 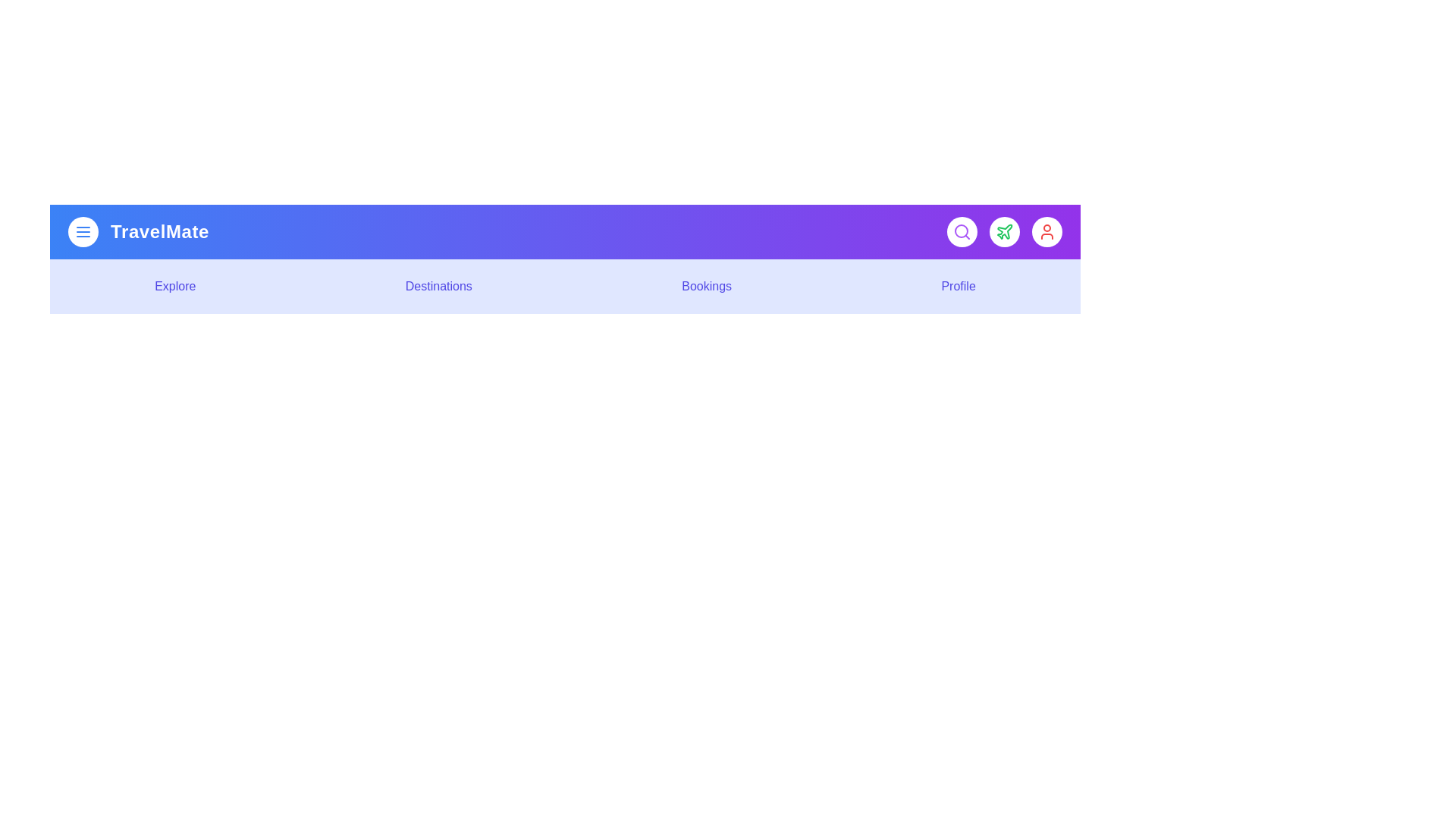 What do you see at coordinates (160, 231) in the screenshot?
I see `the 'TravelMate' branding text` at bounding box center [160, 231].